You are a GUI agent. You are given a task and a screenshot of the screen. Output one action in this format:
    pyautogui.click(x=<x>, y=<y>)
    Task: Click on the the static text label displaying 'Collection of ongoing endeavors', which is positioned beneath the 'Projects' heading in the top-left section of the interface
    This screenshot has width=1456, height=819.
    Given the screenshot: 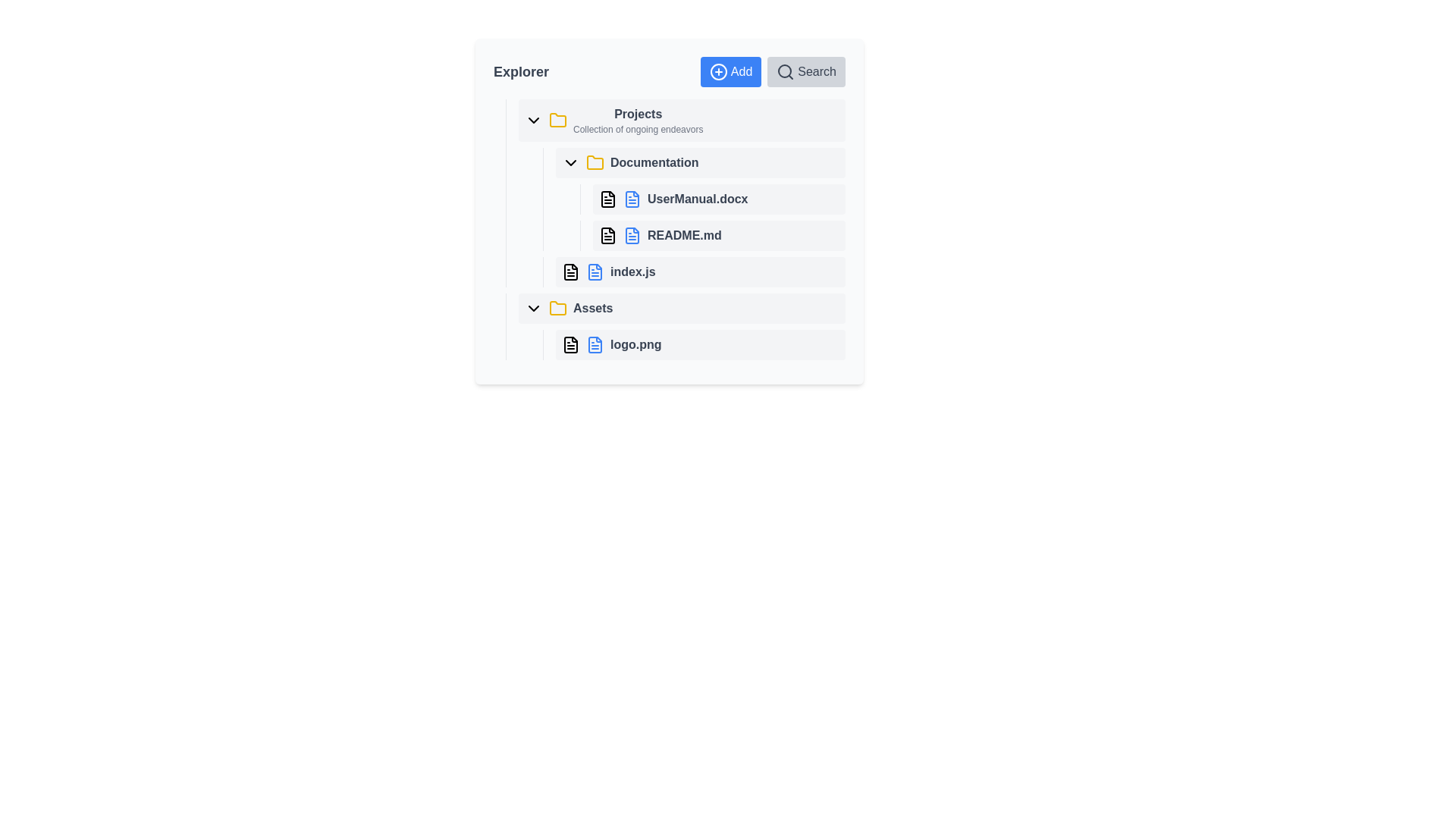 What is the action you would take?
    pyautogui.click(x=638, y=128)
    